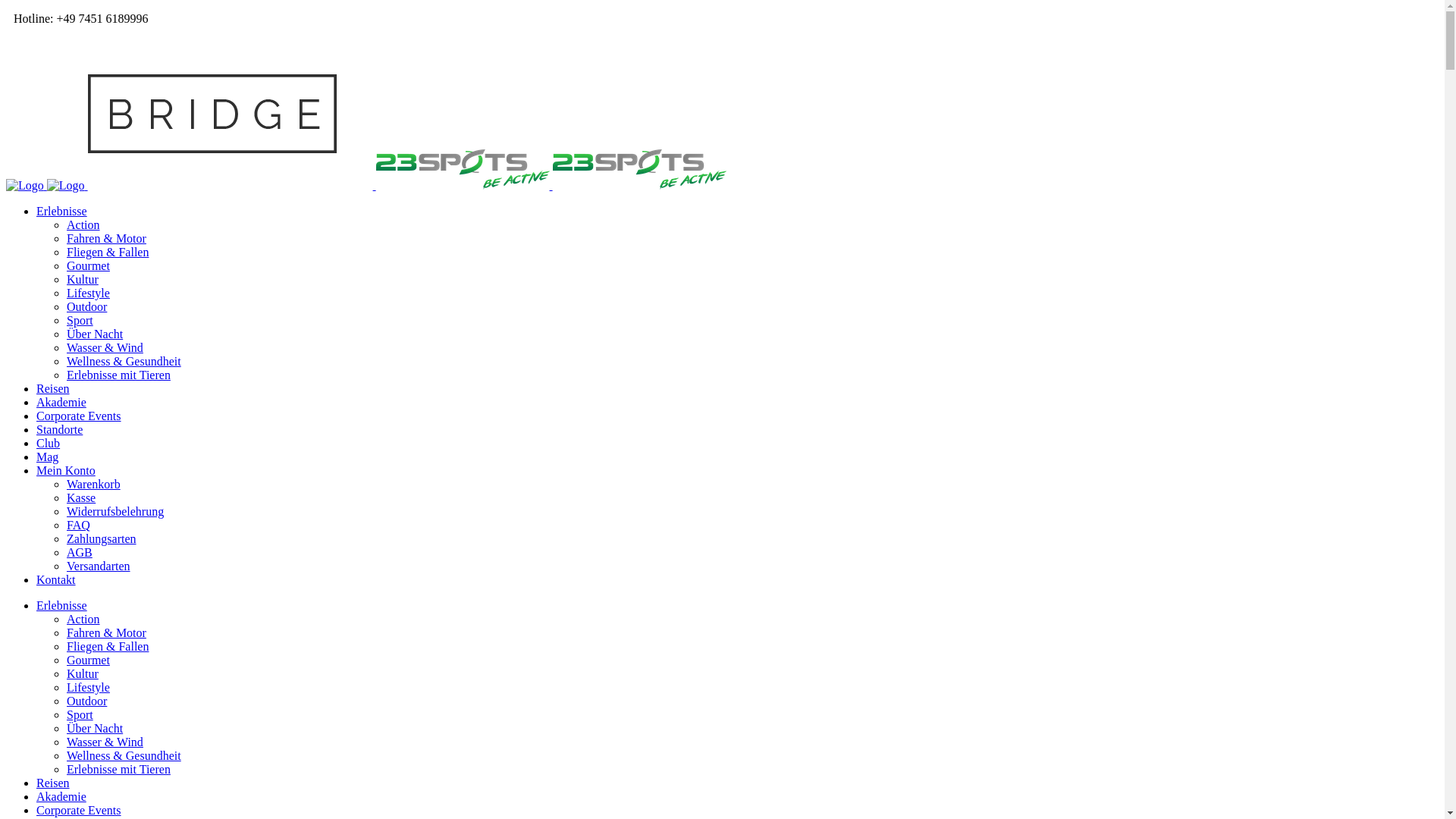  What do you see at coordinates (77, 524) in the screenshot?
I see `'FAQ'` at bounding box center [77, 524].